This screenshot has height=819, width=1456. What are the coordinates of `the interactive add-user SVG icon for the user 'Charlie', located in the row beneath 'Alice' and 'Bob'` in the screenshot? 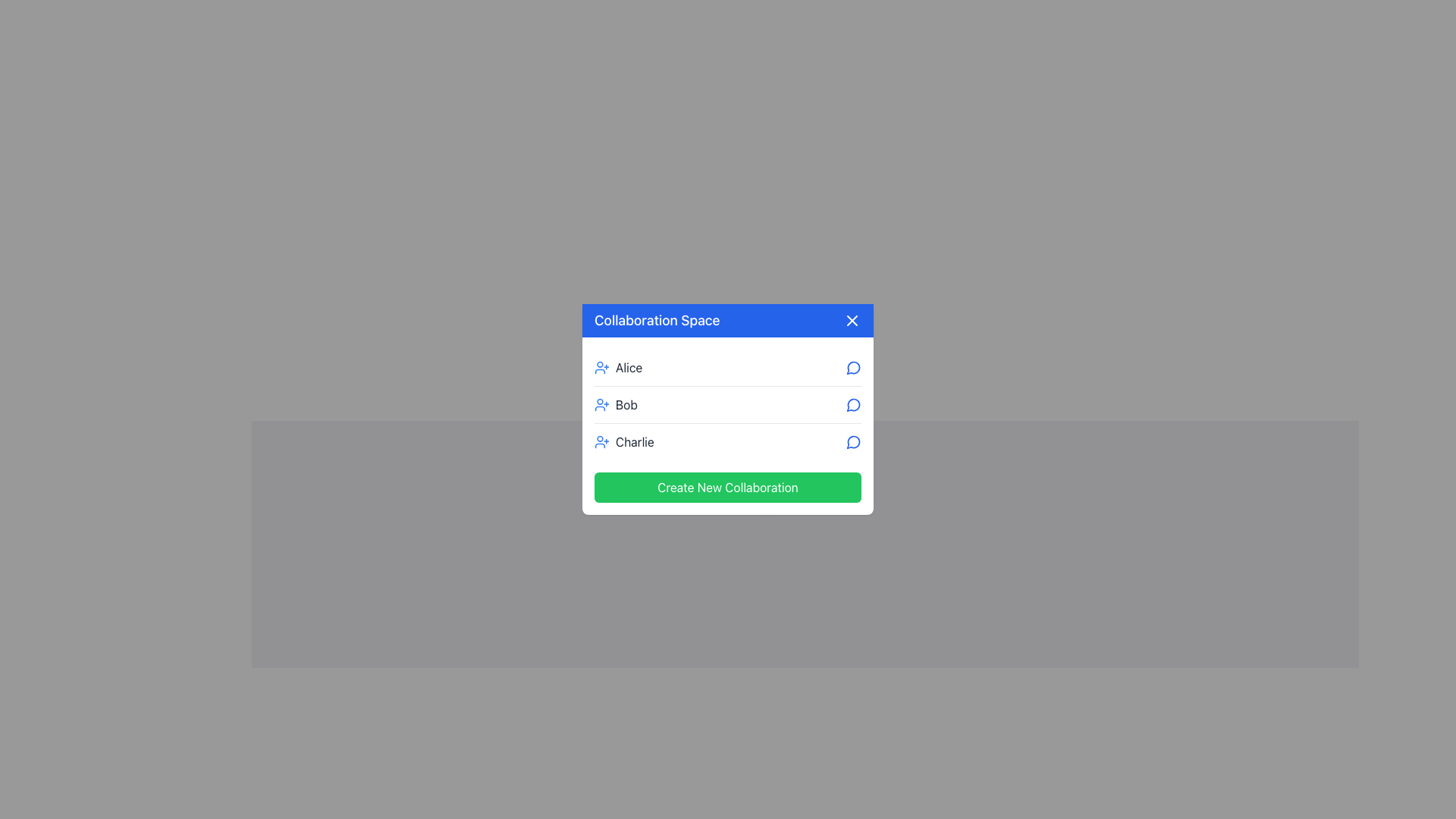 It's located at (601, 441).